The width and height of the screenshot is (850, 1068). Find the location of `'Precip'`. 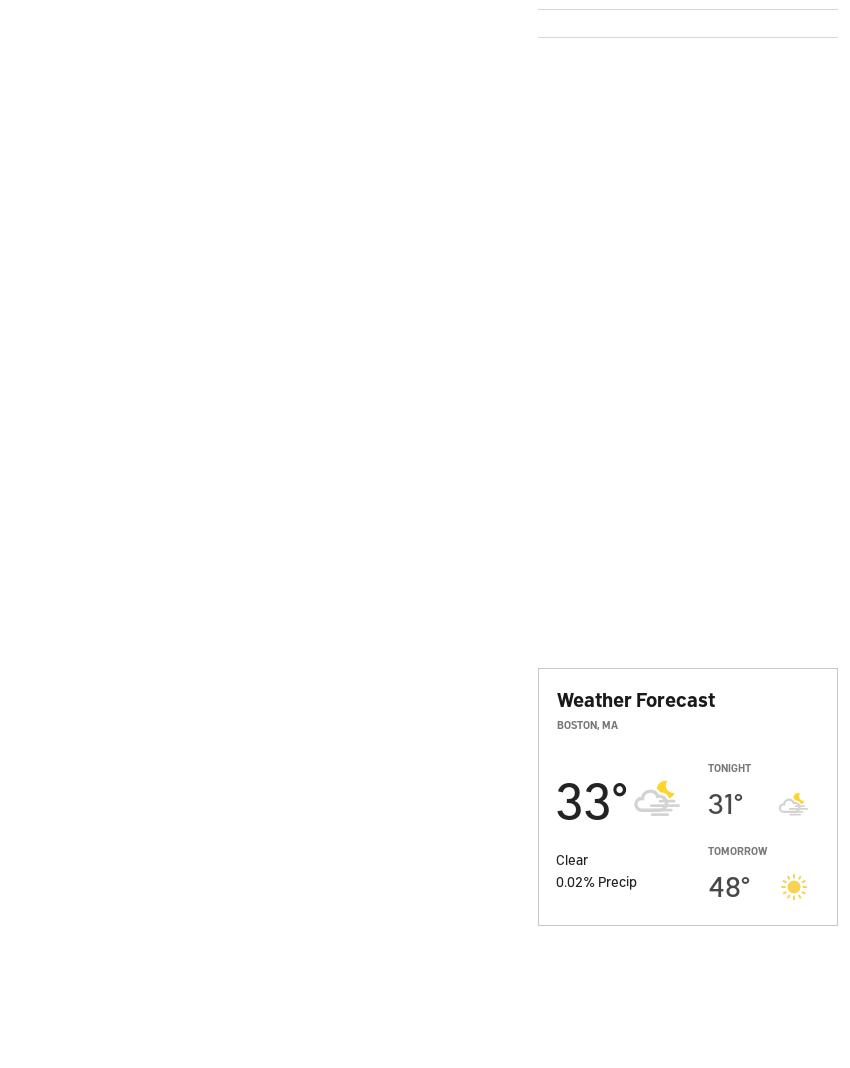

'Precip' is located at coordinates (616, 879).